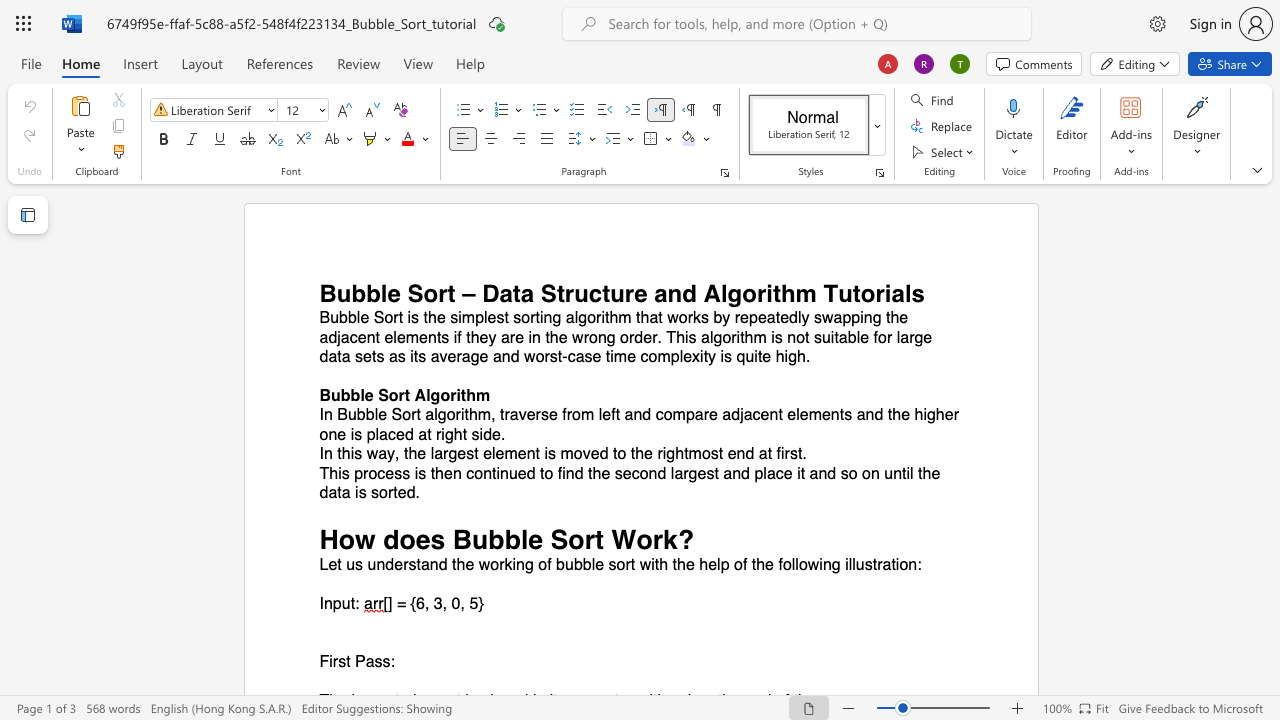 The width and height of the screenshot is (1280, 720). What do you see at coordinates (470, 395) in the screenshot?
I see `the 1th character "h" in the text` at bounding box center [470, 395].